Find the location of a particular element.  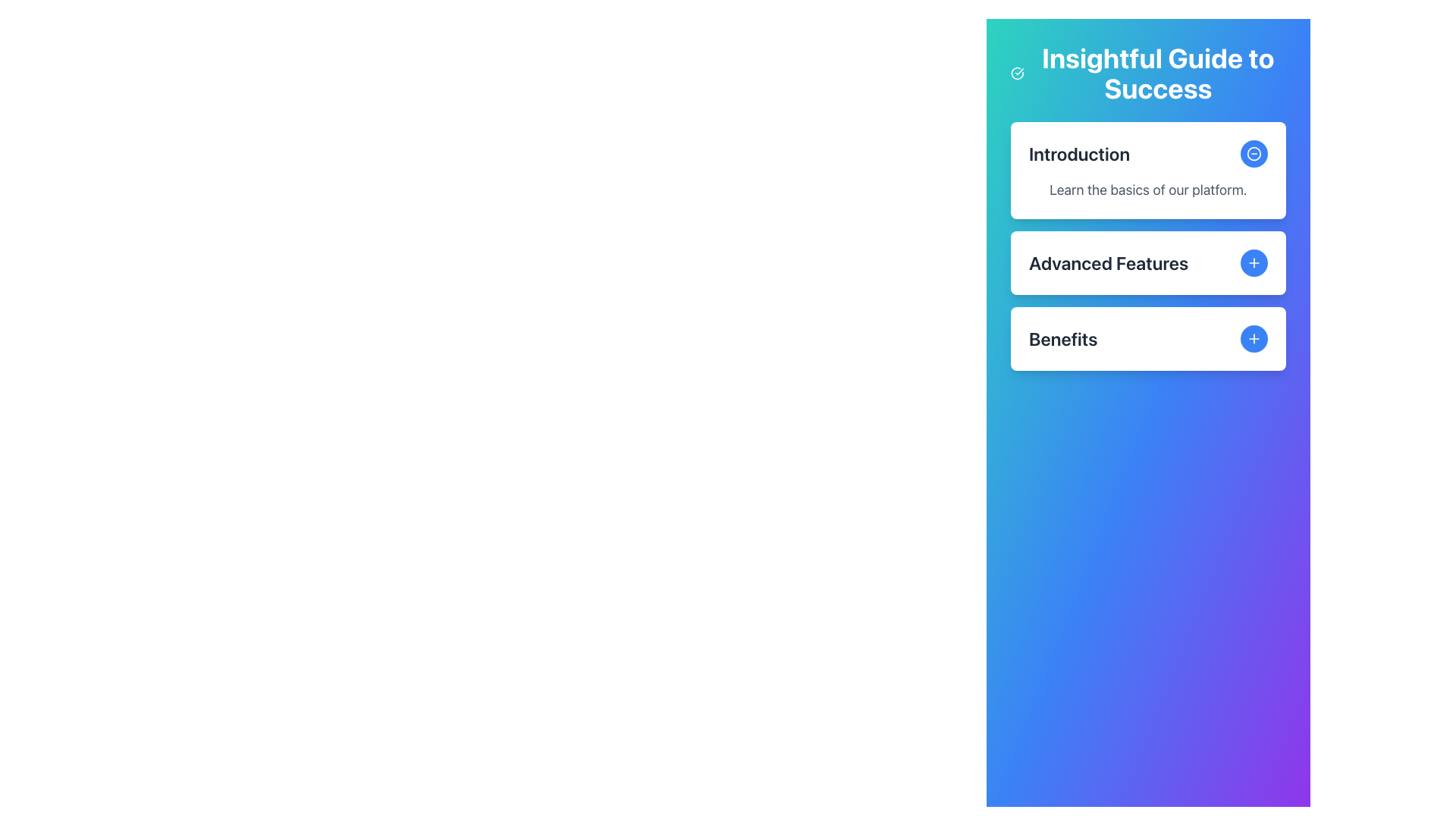

the confirmation icon located at the top-left corner of the card containing the header 'Insightful Guide to Success' is located at coordinates (1017, 73).